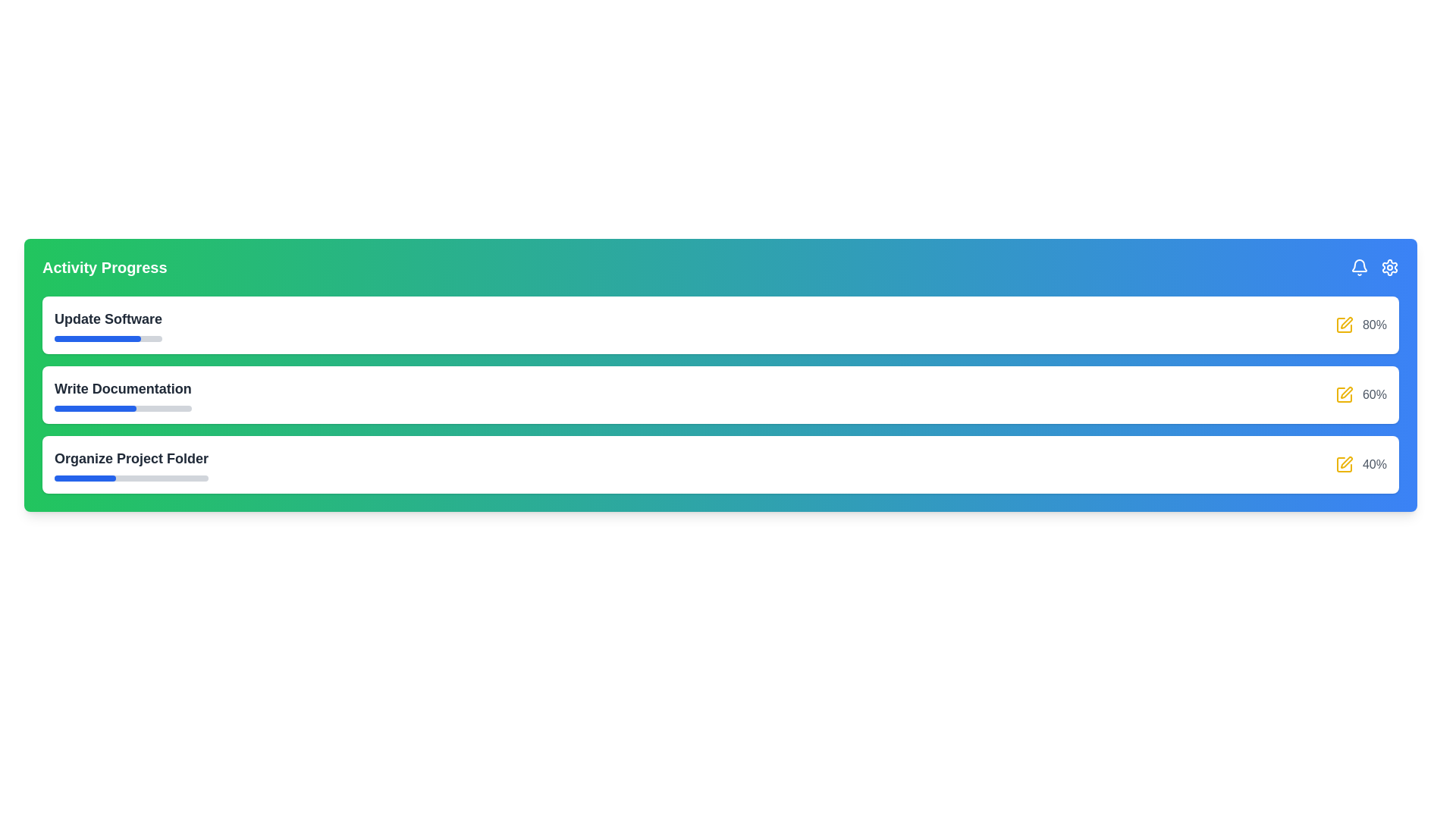 The height and width of the screenshot is (819, 1456). What do you see at coordinates (108, 324) in the screenshot?
I see `text element displaying 'Update Software' which is bold and slightly enlarged, located below the green header labeled 'Activity Progress'` at bounding box center [108, 324].